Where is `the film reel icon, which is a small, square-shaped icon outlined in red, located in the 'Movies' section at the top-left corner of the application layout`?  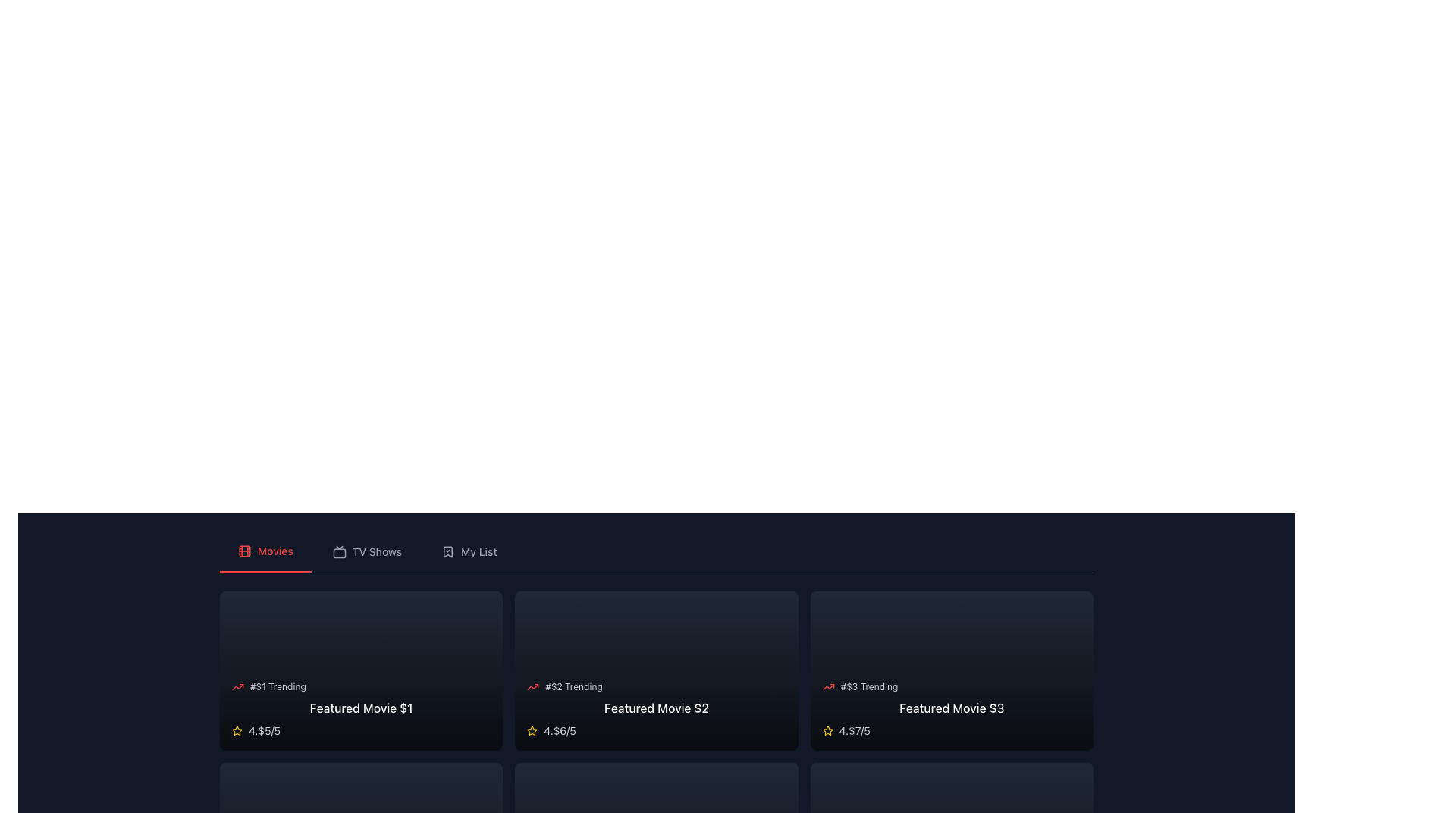
the film reel icon, which is a small, square-shaped icon outlined in red, located in the 'Movies' section at the top-left corner of the application layout is located at coordinates (244, 551).